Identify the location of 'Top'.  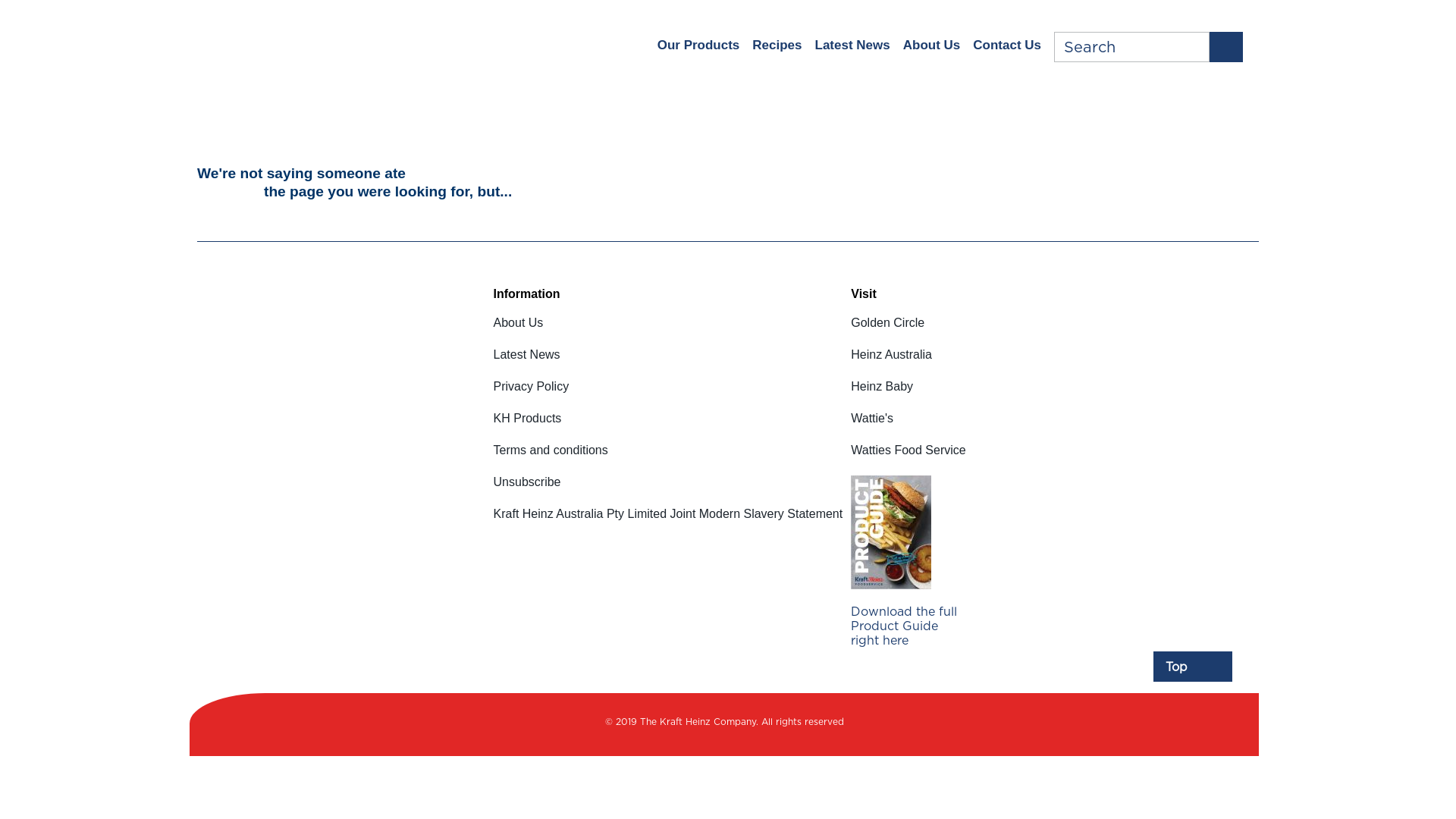
(1192, 666).